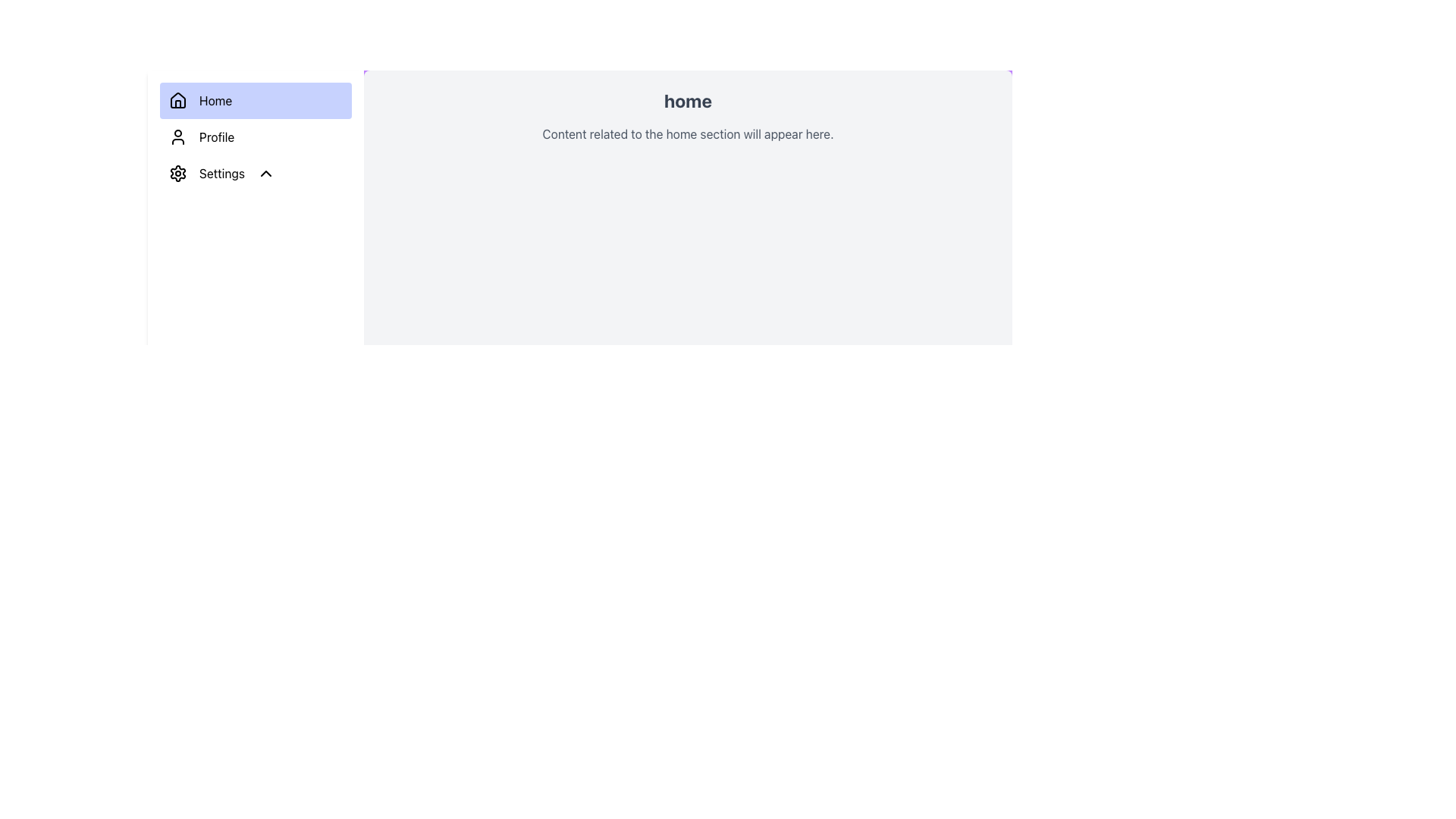  Describe the element at coordinates (215, 100) in the screenshot. I see `the 'Home' navigation text label located within the blue background block of the vertical menu on the left side of the display` at that location.